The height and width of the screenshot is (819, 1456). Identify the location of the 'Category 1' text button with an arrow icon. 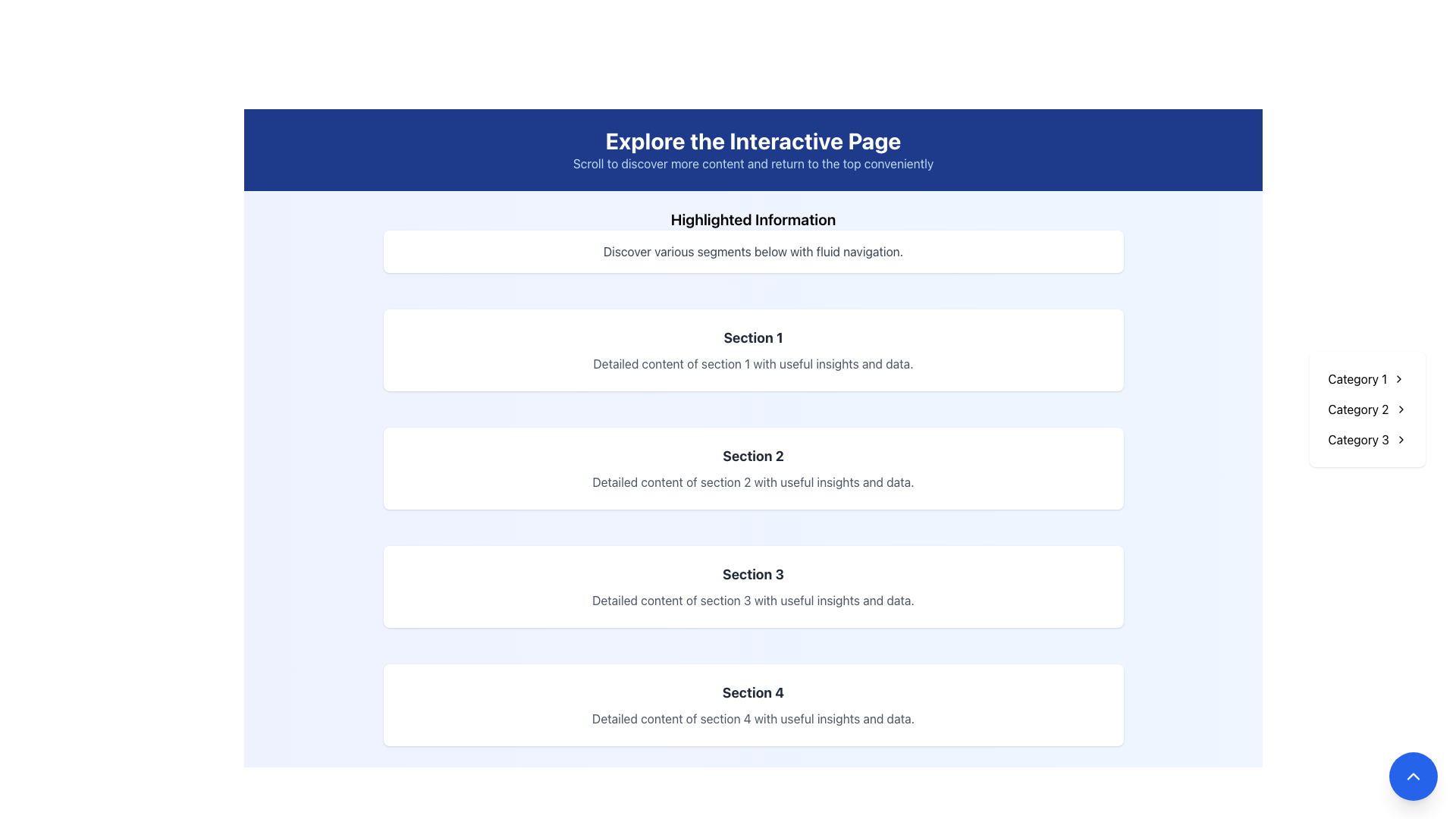
(1367, 378).